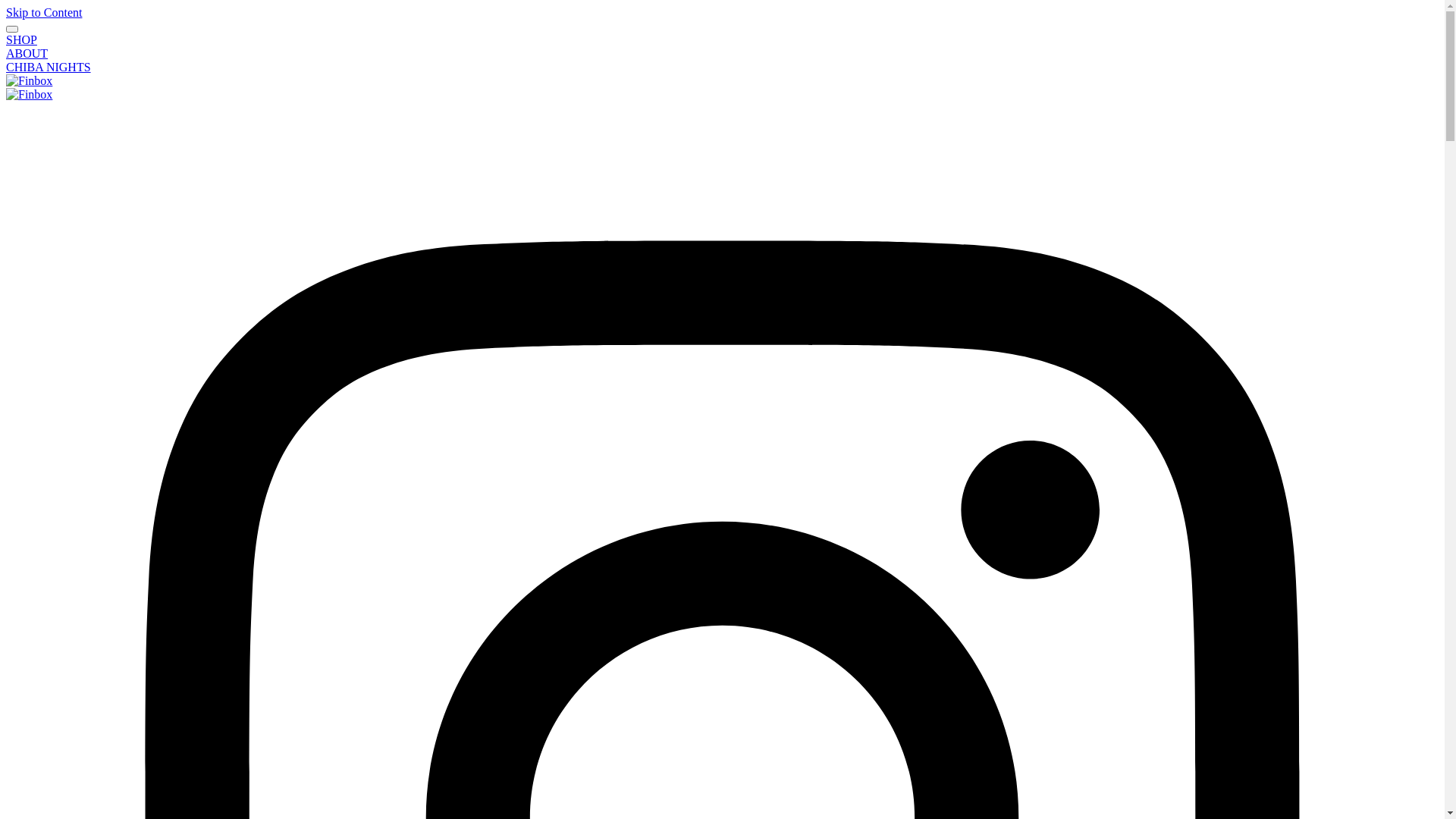 This screenshot has height=819, width=1456. Describe the element at coordinates (6, 52) in the screenshot. I see `'ABOUT'` at that location.